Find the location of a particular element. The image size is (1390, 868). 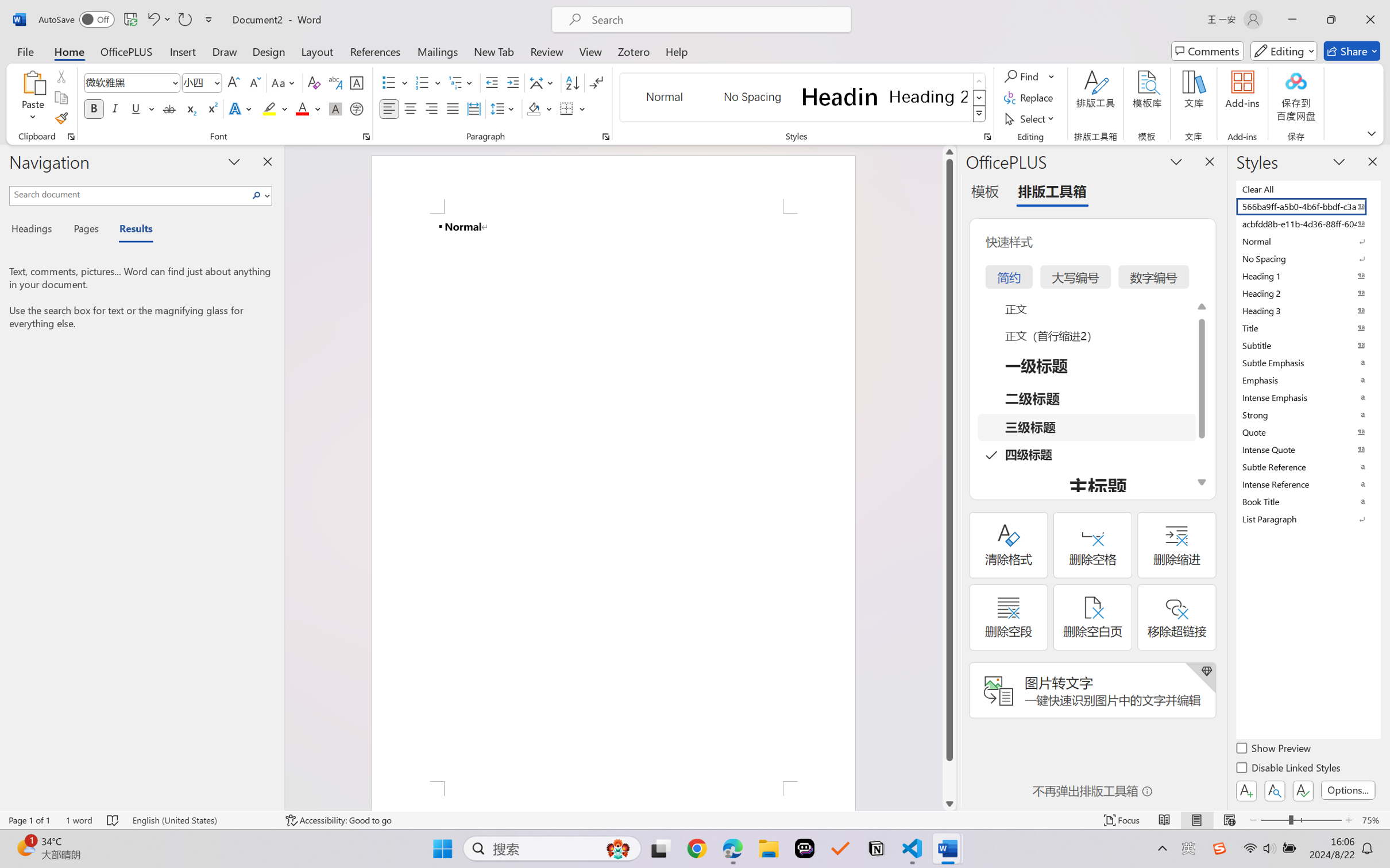

'Customize Quick Access Toolbar' is located at coordinates (208, 19).